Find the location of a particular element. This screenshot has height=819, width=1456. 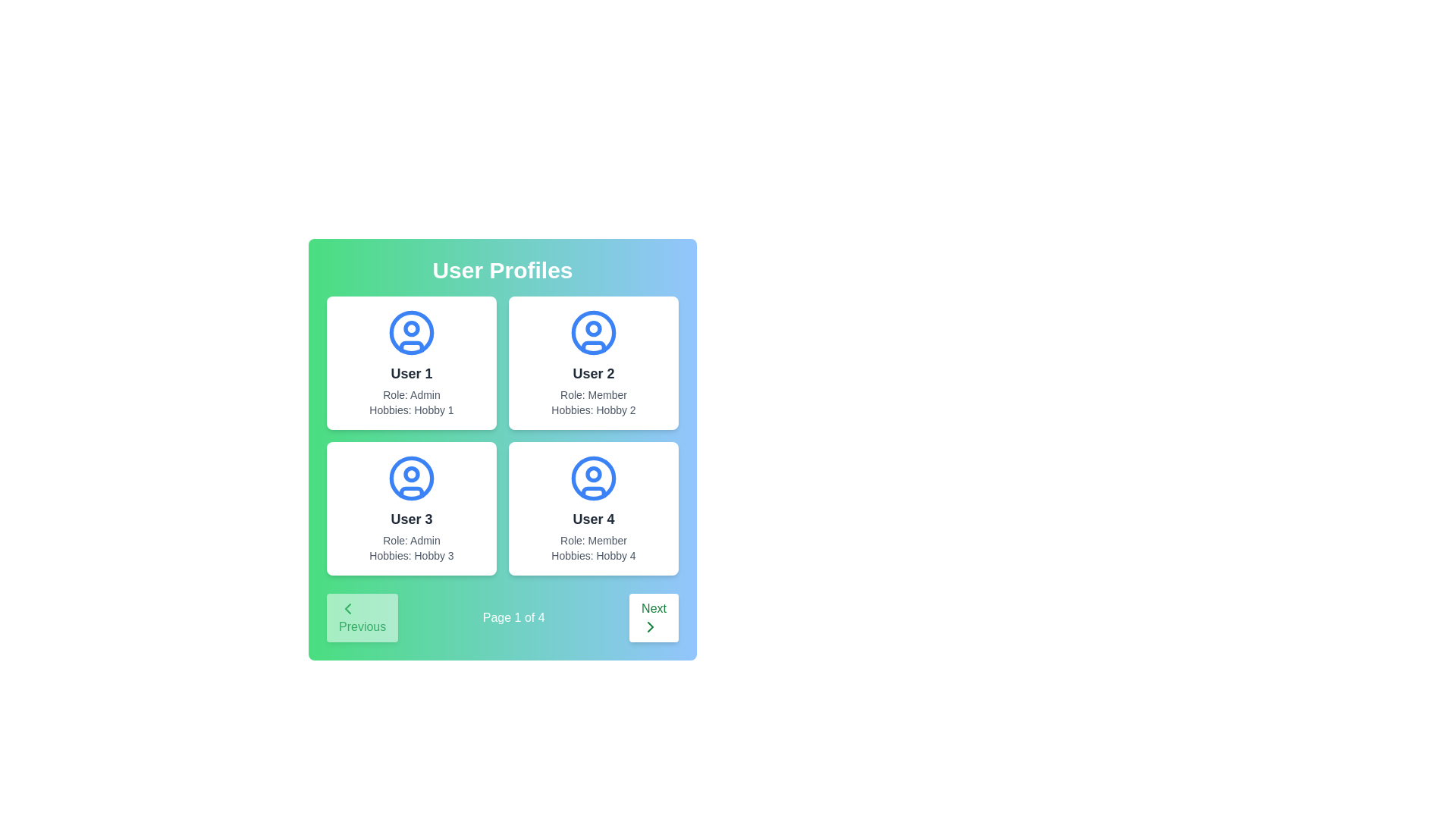

the Text Label that identifies the user as 'User 1' within the user profile card, positioned above the text 'Role: Admin.' is located at coordinates (411, 374).